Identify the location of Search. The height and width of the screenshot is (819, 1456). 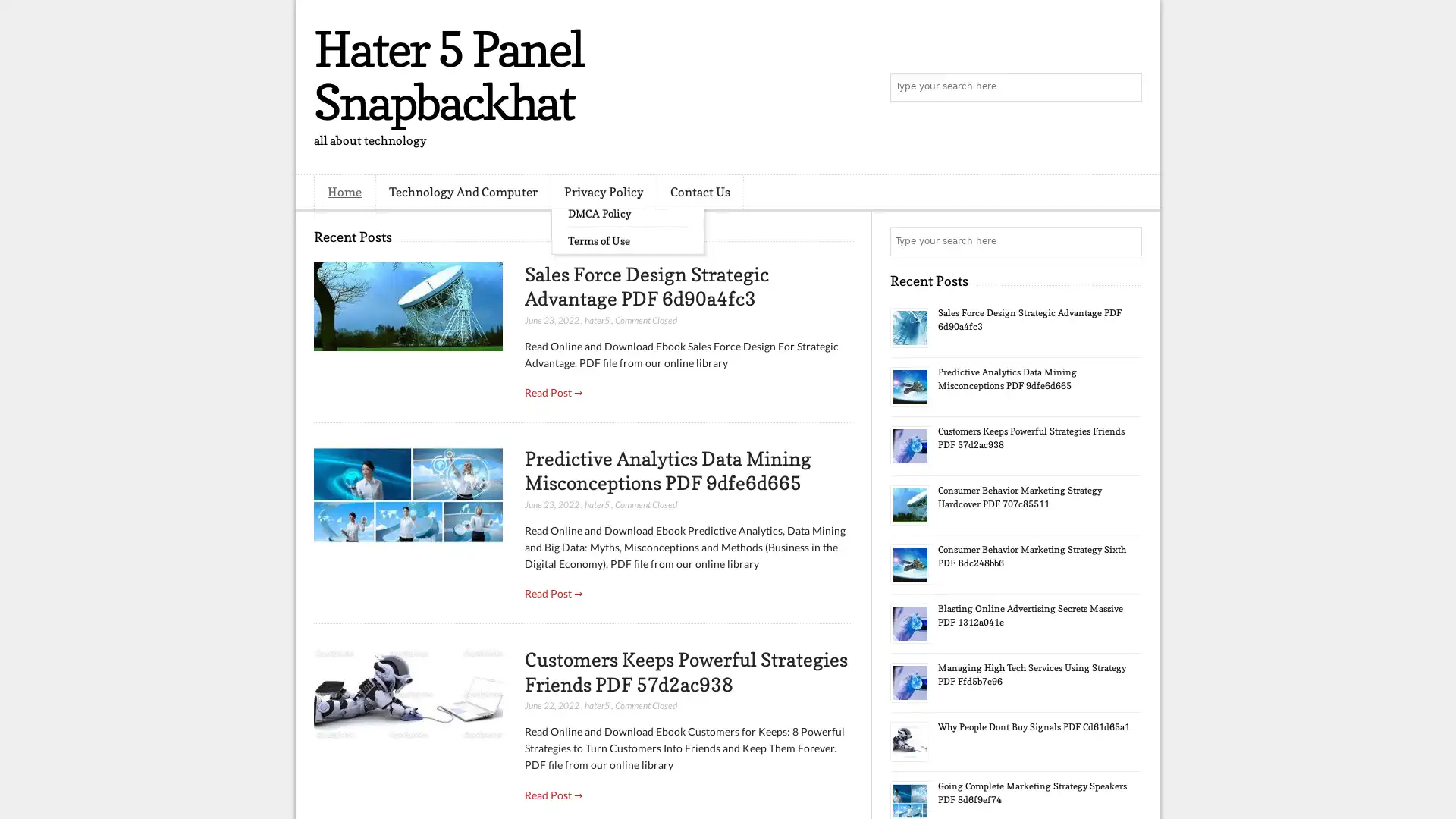
(1126, 87).